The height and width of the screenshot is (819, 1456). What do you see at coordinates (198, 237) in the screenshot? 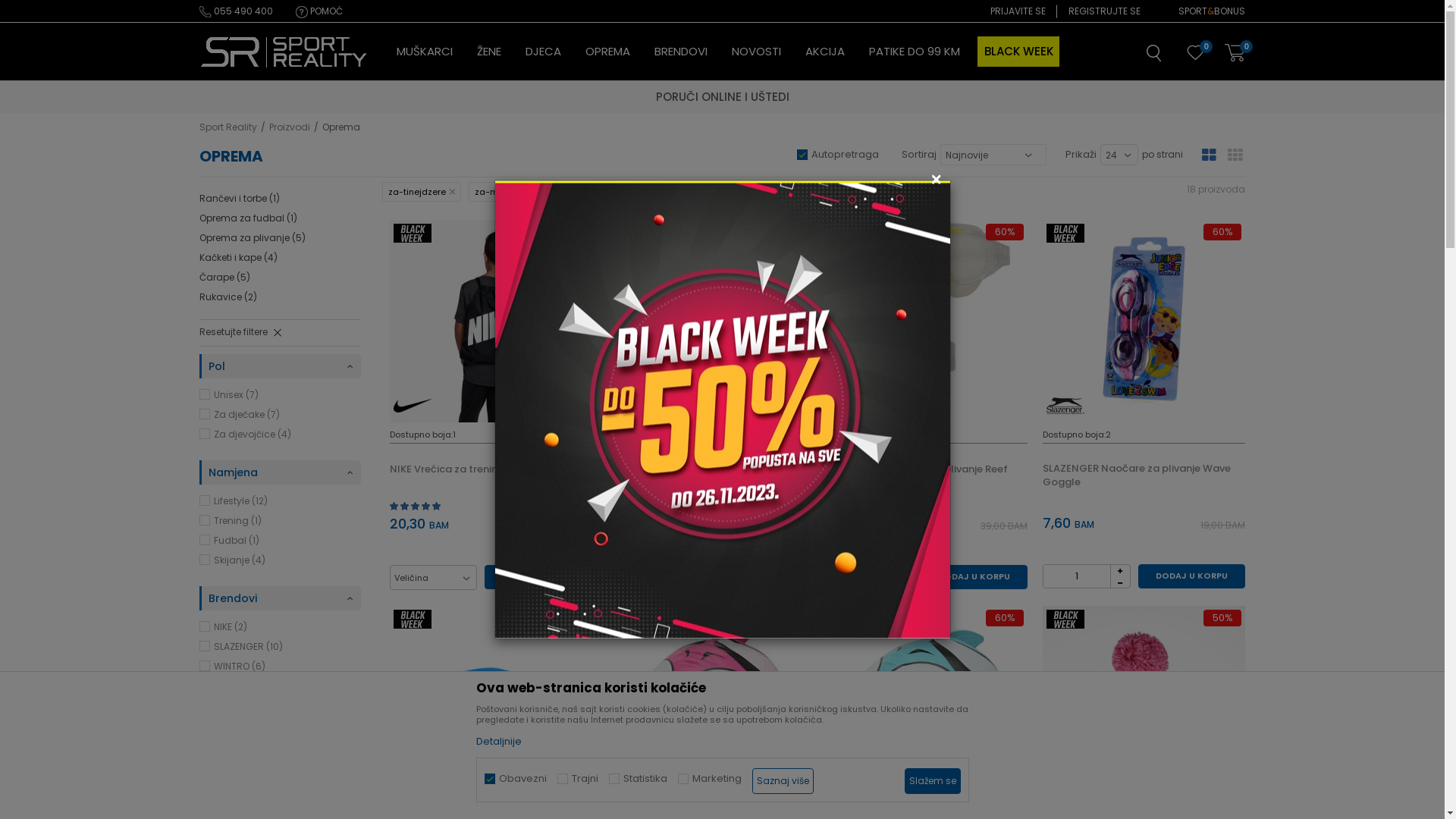
I see `'Oprema za plivanje (5)'` at bounding box center [198, 237].